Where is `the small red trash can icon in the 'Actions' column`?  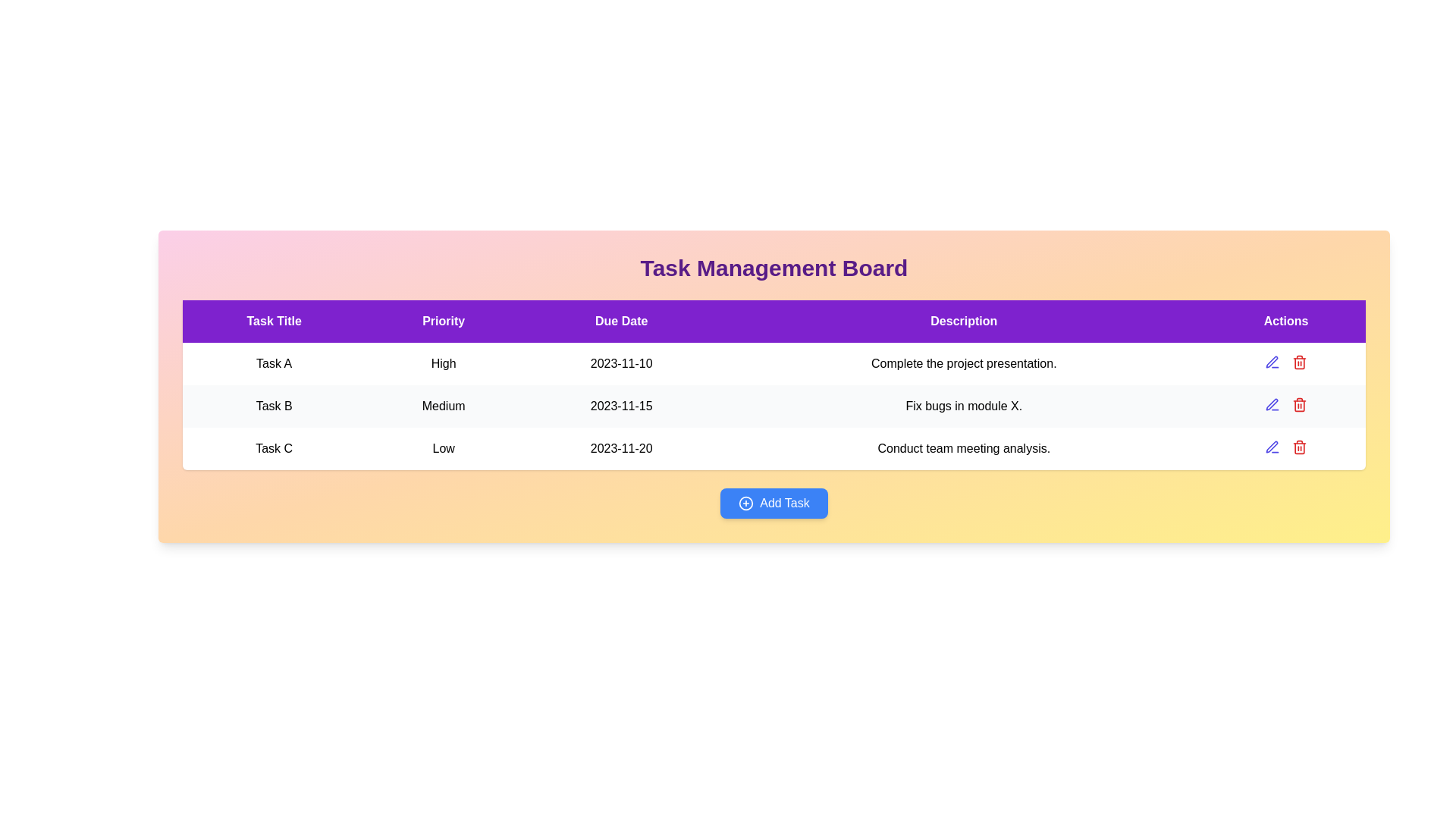 the small red trash can icon in the 'Actions' column is located at coordinates (1299, 447).